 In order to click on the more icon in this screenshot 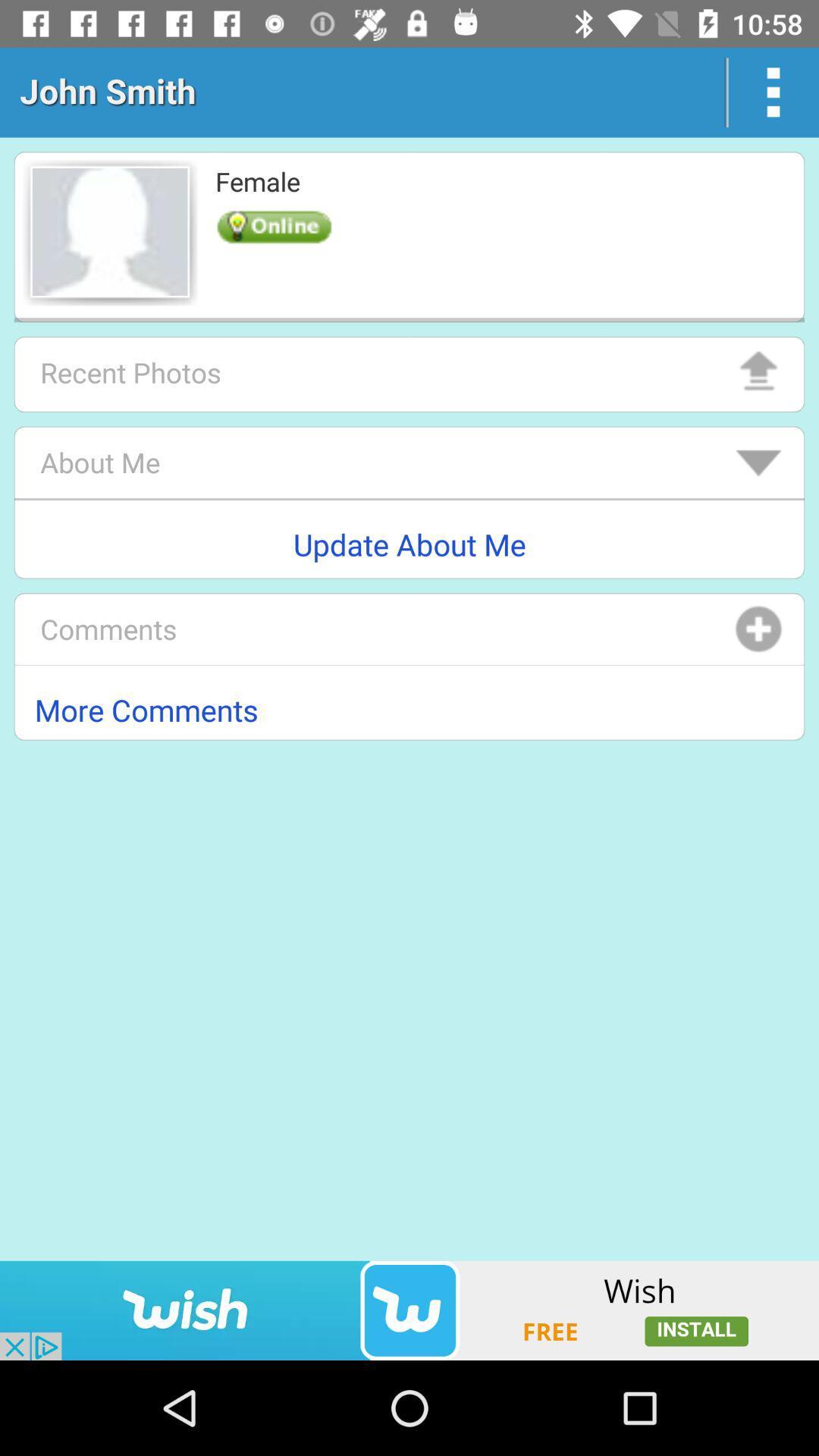, I will do `click(773, 91)`.